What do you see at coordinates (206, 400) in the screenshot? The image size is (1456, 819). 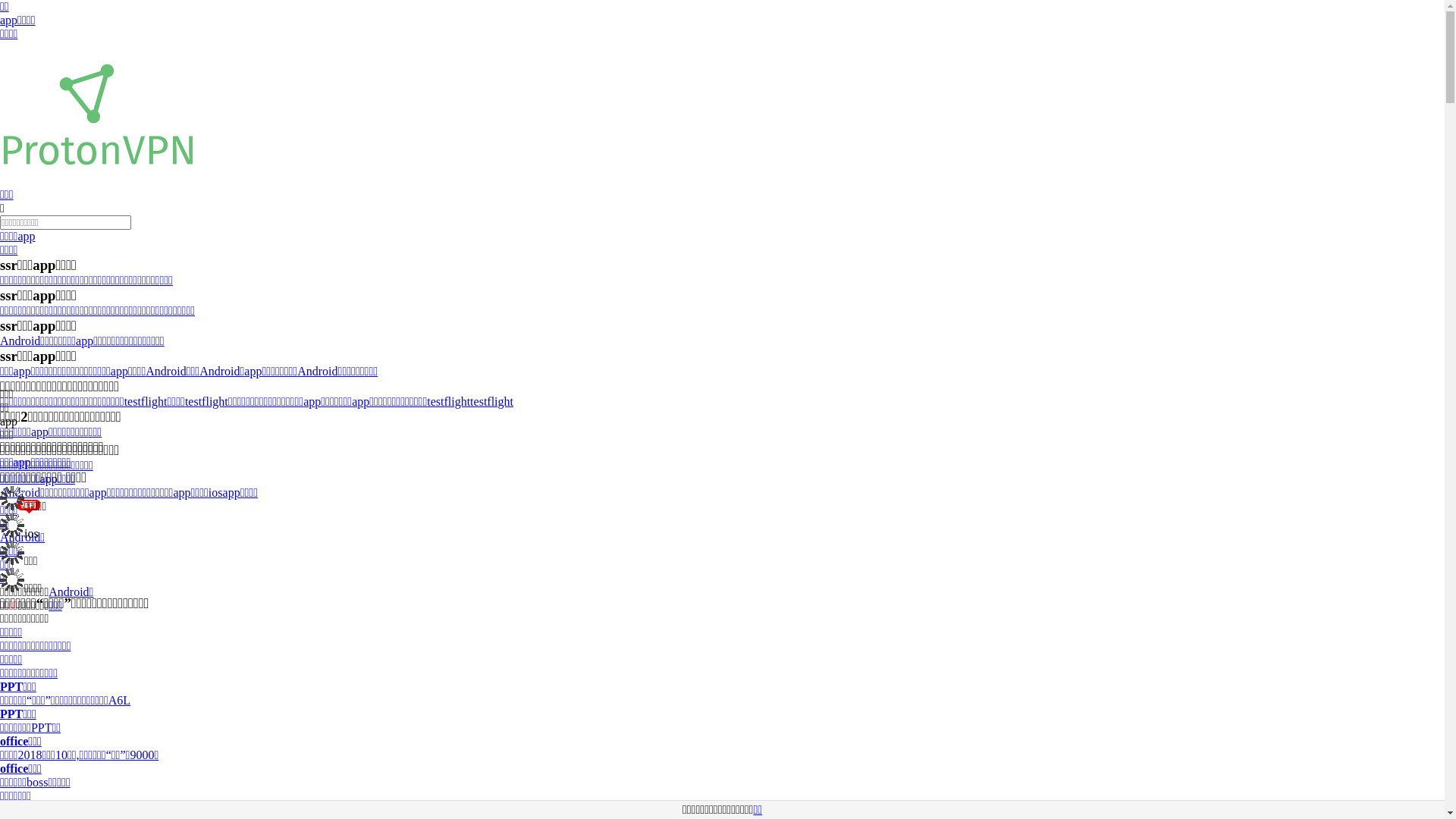 I see `'testflight'` at bounding box center [206, 400].